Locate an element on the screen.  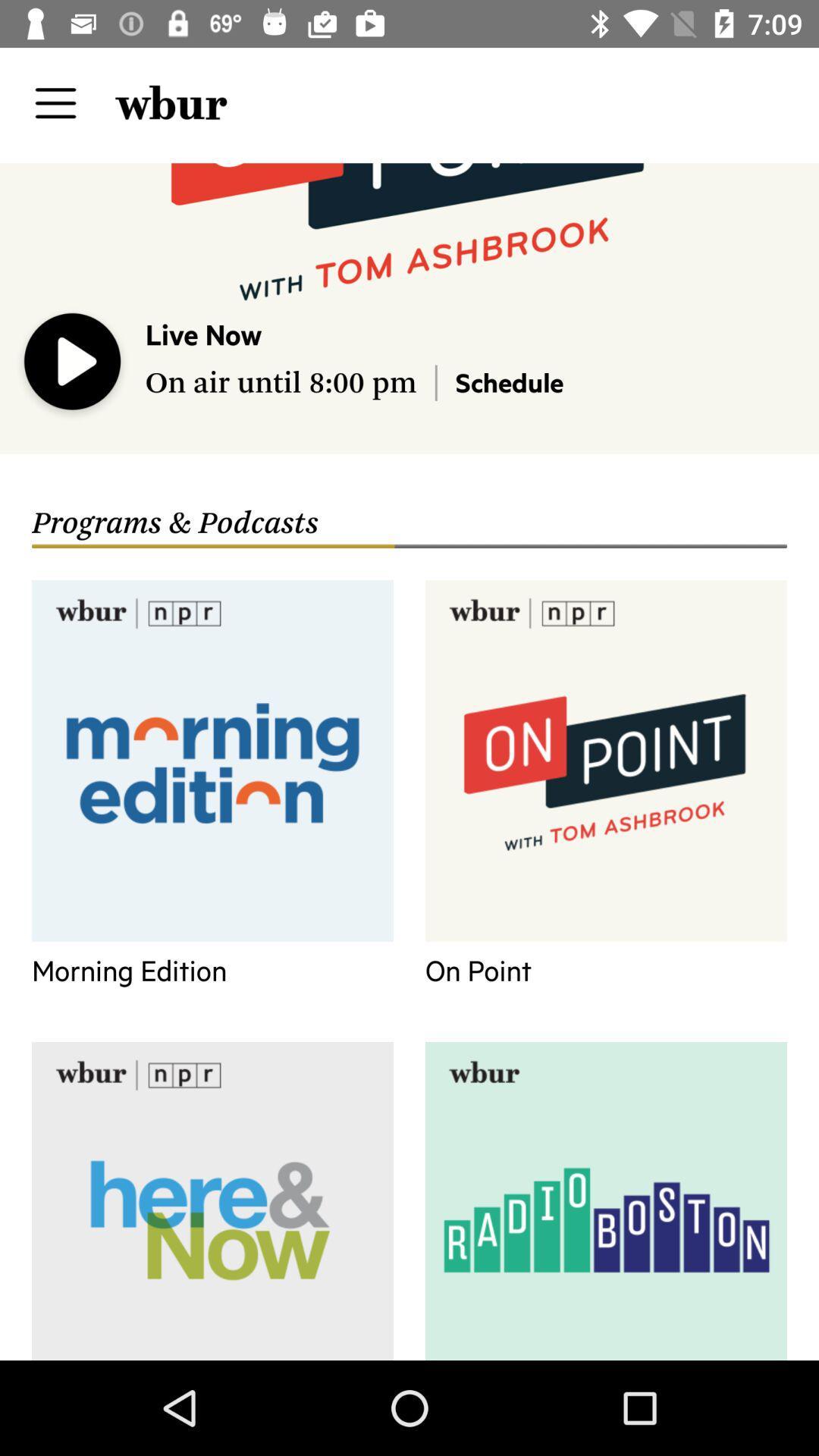
selected podcast is located at coordinates (73, 365).